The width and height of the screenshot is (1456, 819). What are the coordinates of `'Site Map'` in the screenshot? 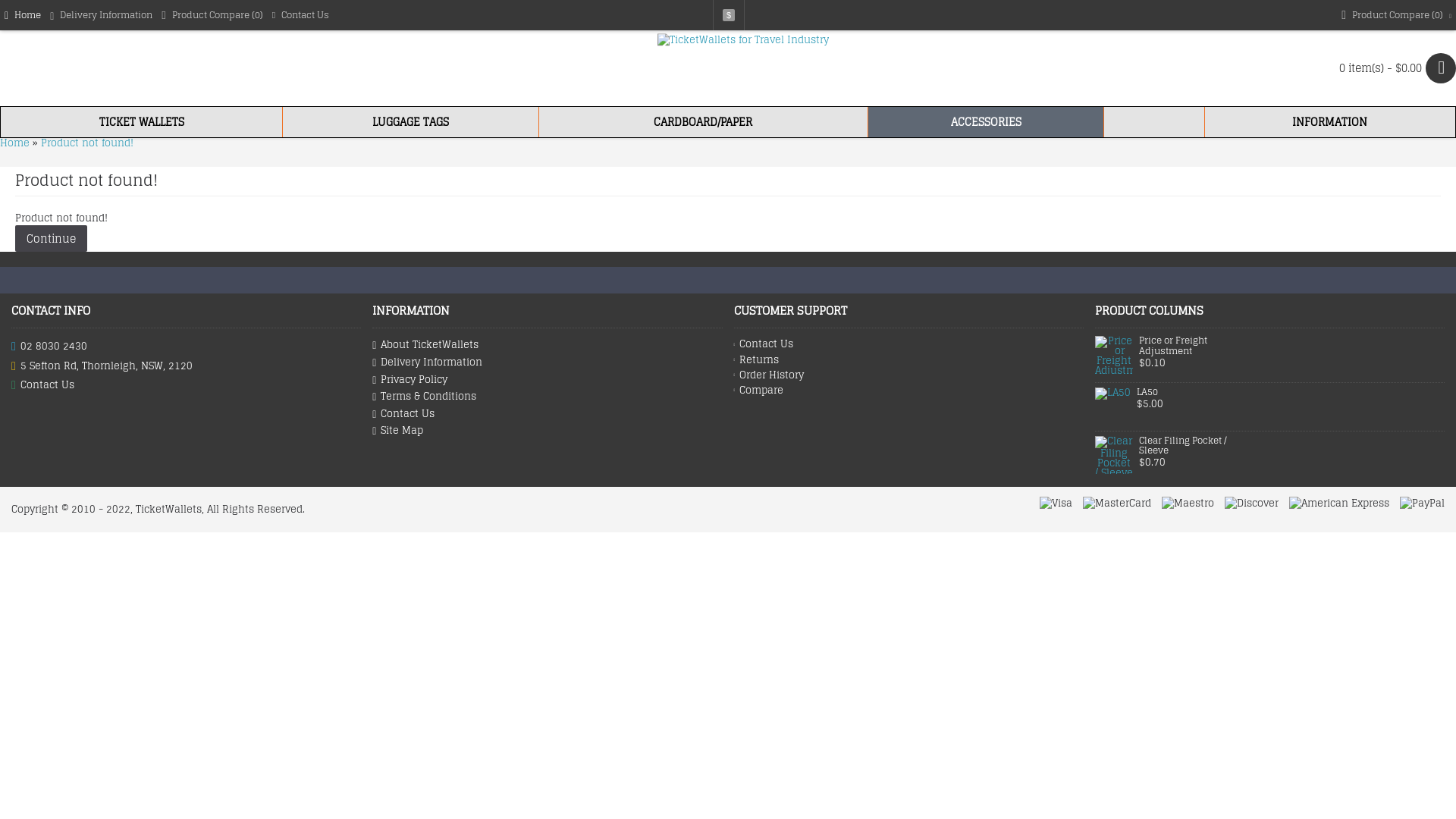 It's located at (546, 431).